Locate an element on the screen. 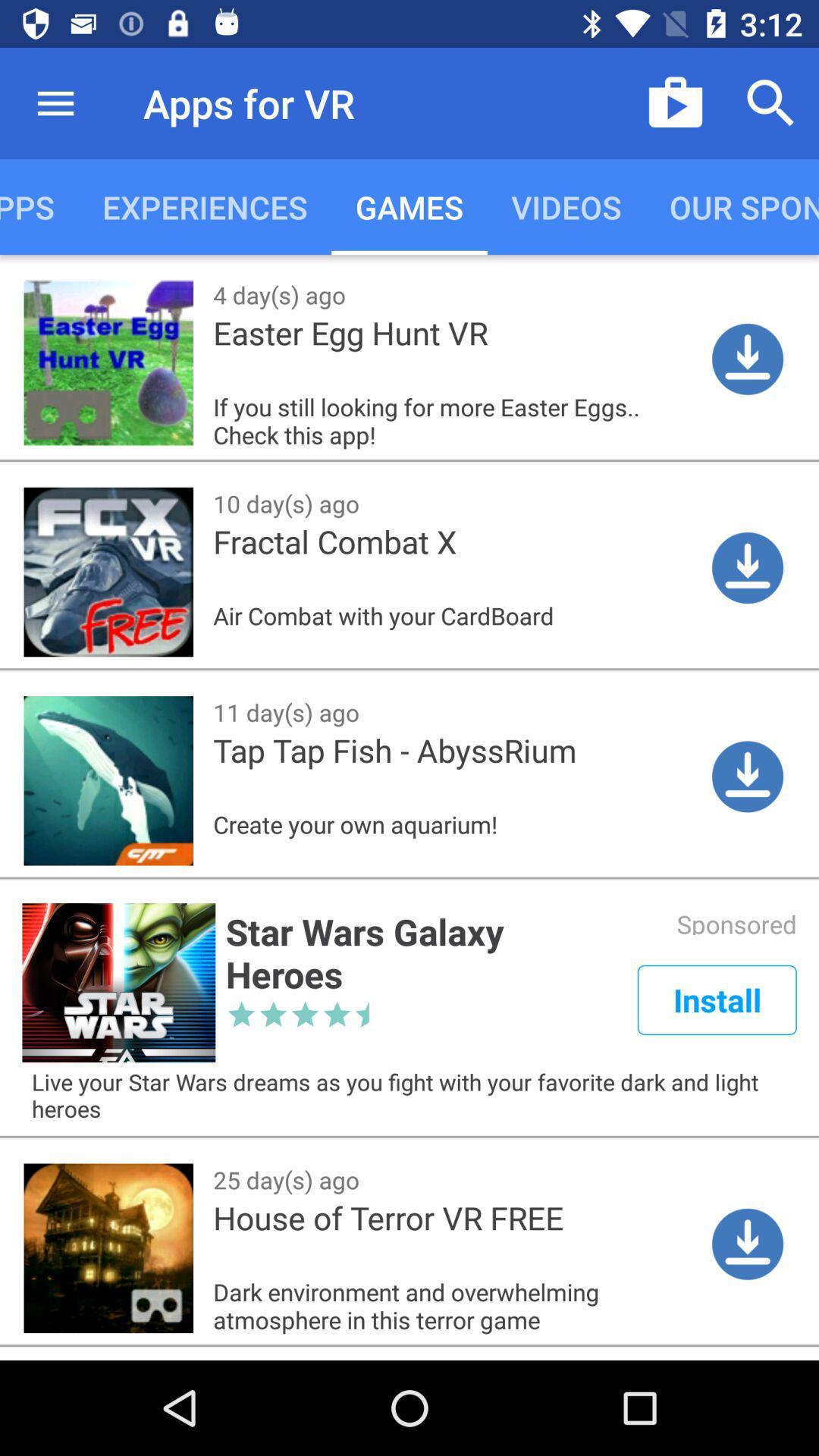 The image size is (819, 1456). the install is located at coordinates (717, 999).